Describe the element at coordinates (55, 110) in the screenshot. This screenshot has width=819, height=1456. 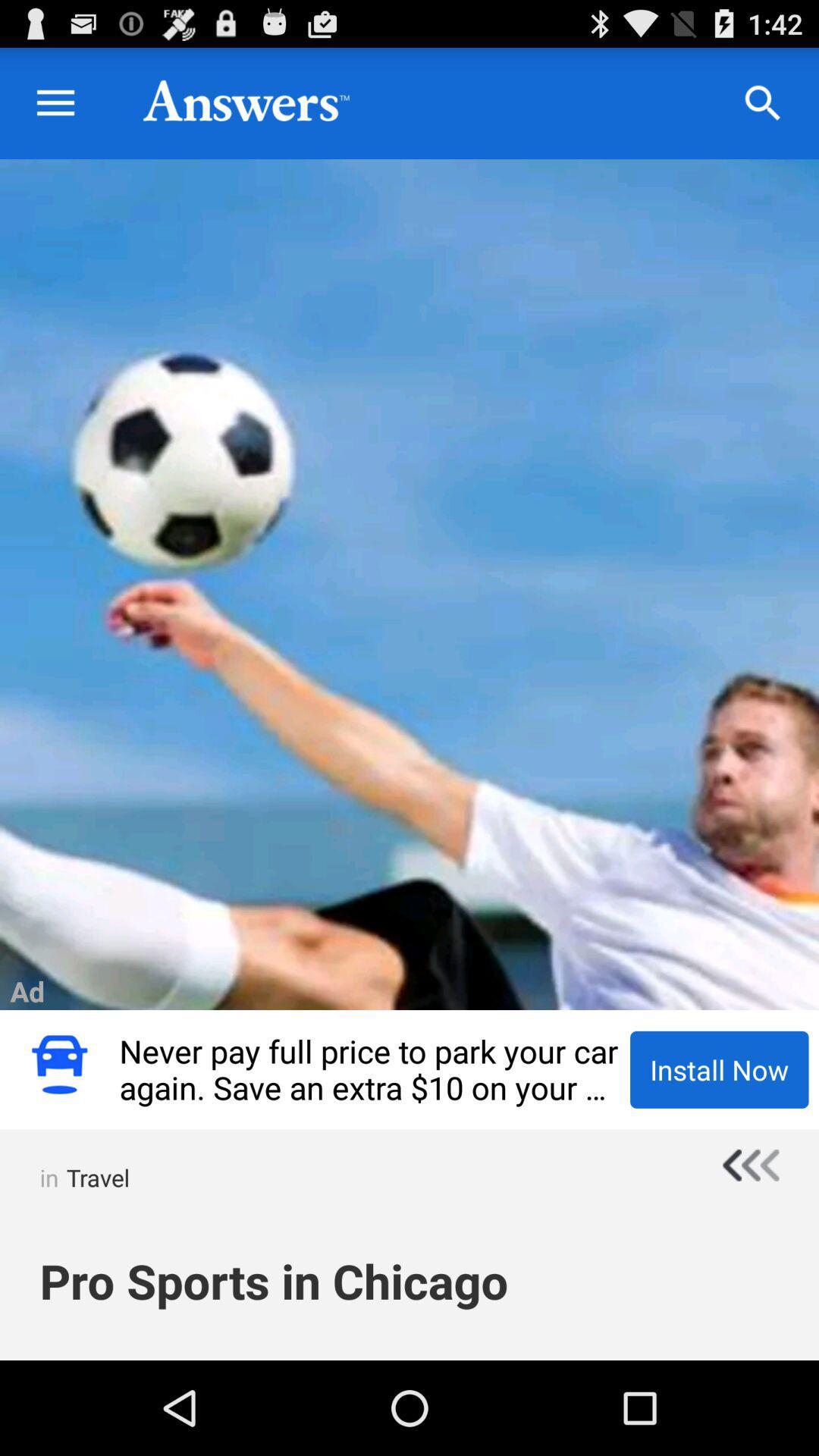
I see `the menu icon` at that location.